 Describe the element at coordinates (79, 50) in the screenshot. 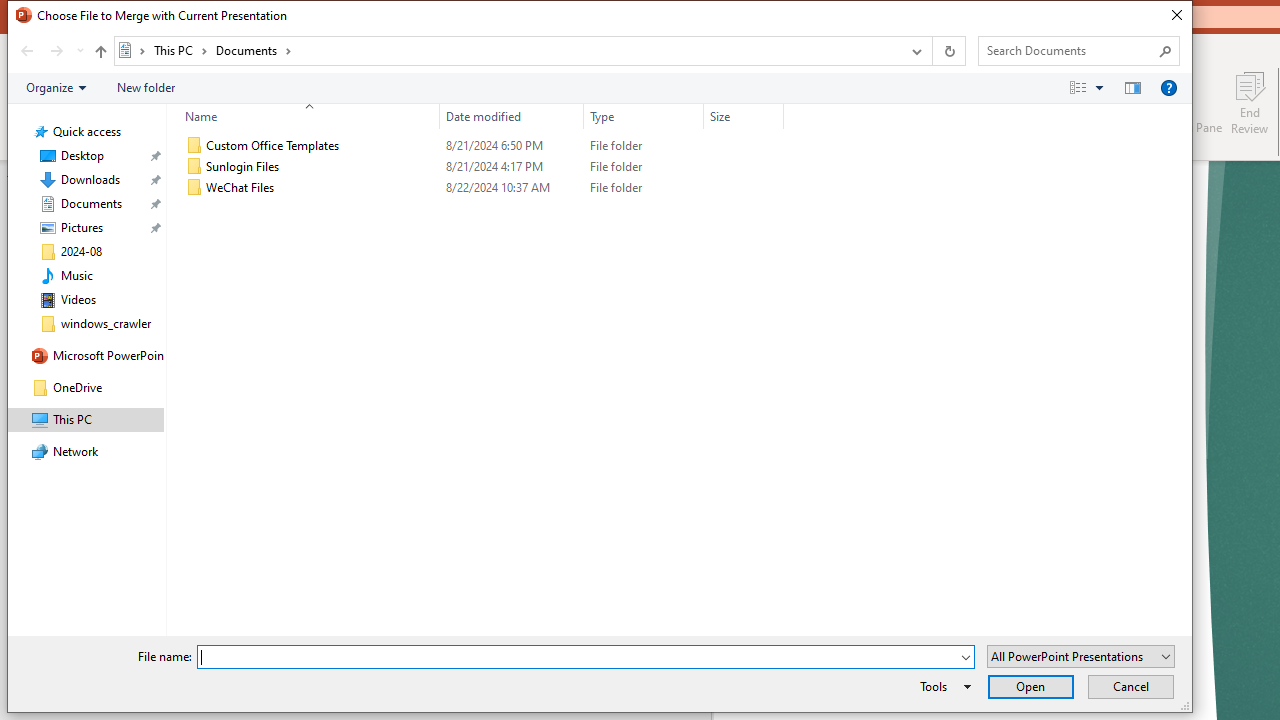

I see `'Recent locations'` at that location.